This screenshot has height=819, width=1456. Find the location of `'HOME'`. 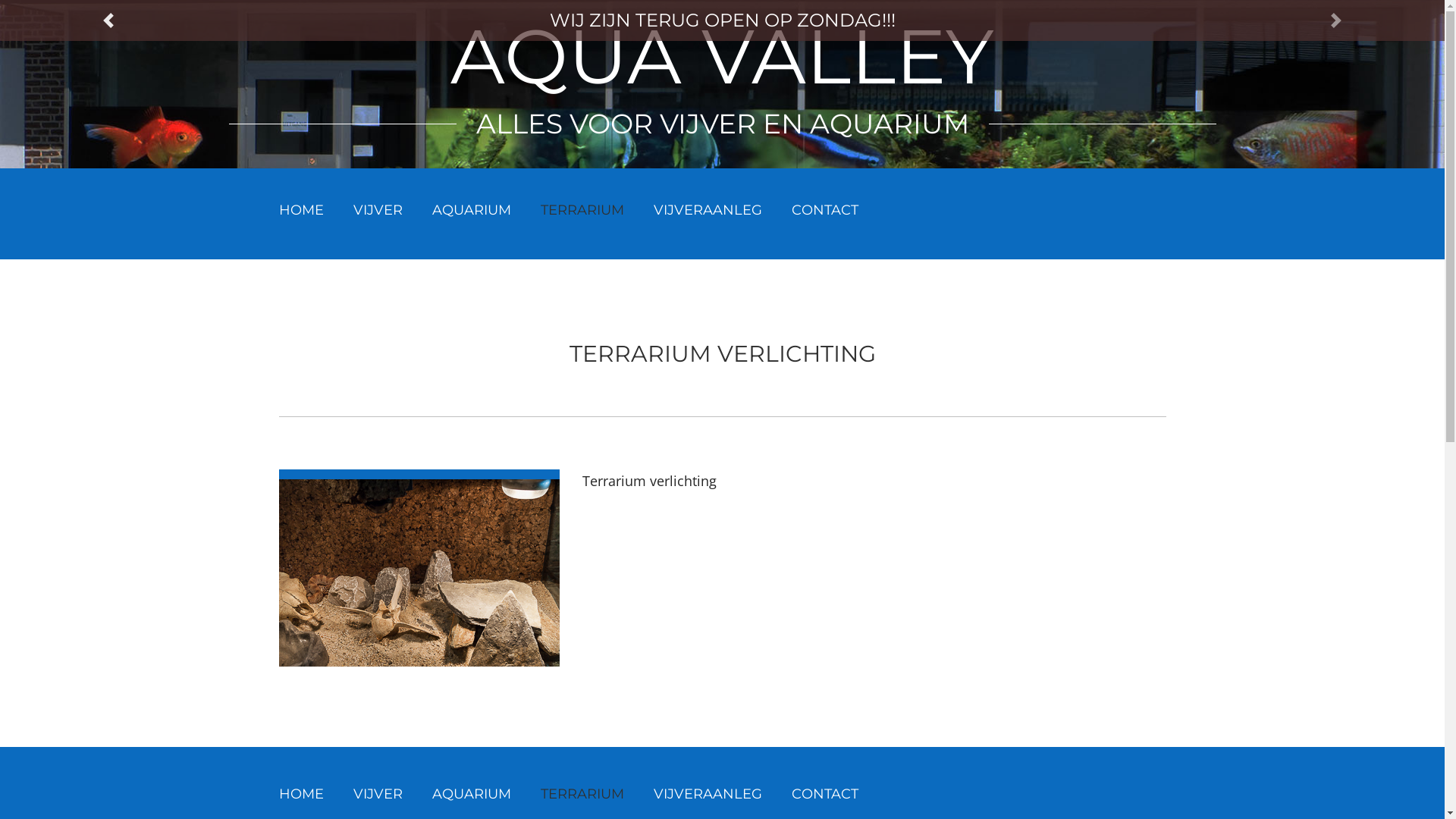

'HOME' is located at coordinates (279, 792).